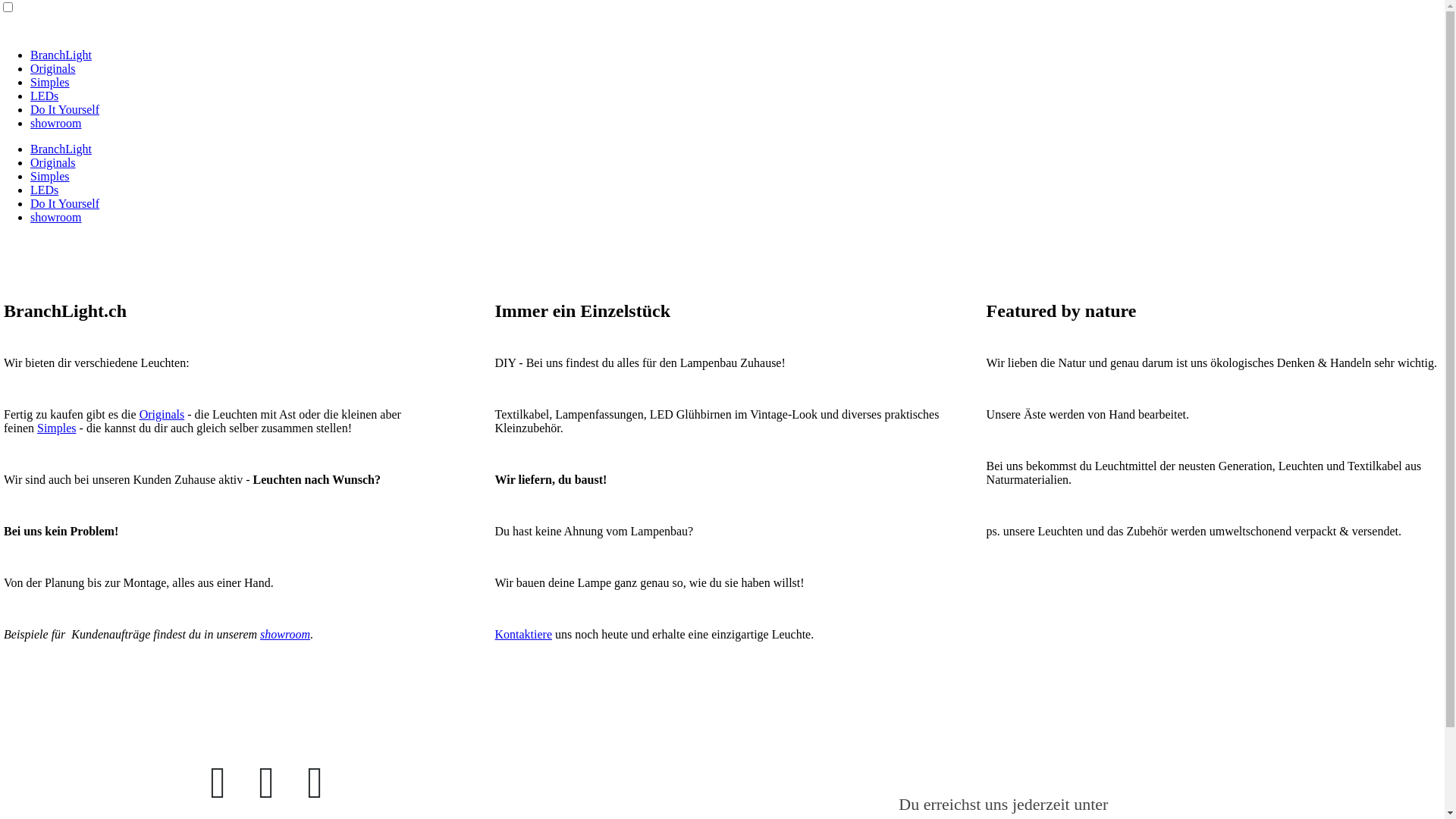  I want to click on 'BranchLight', so click(30, 54).